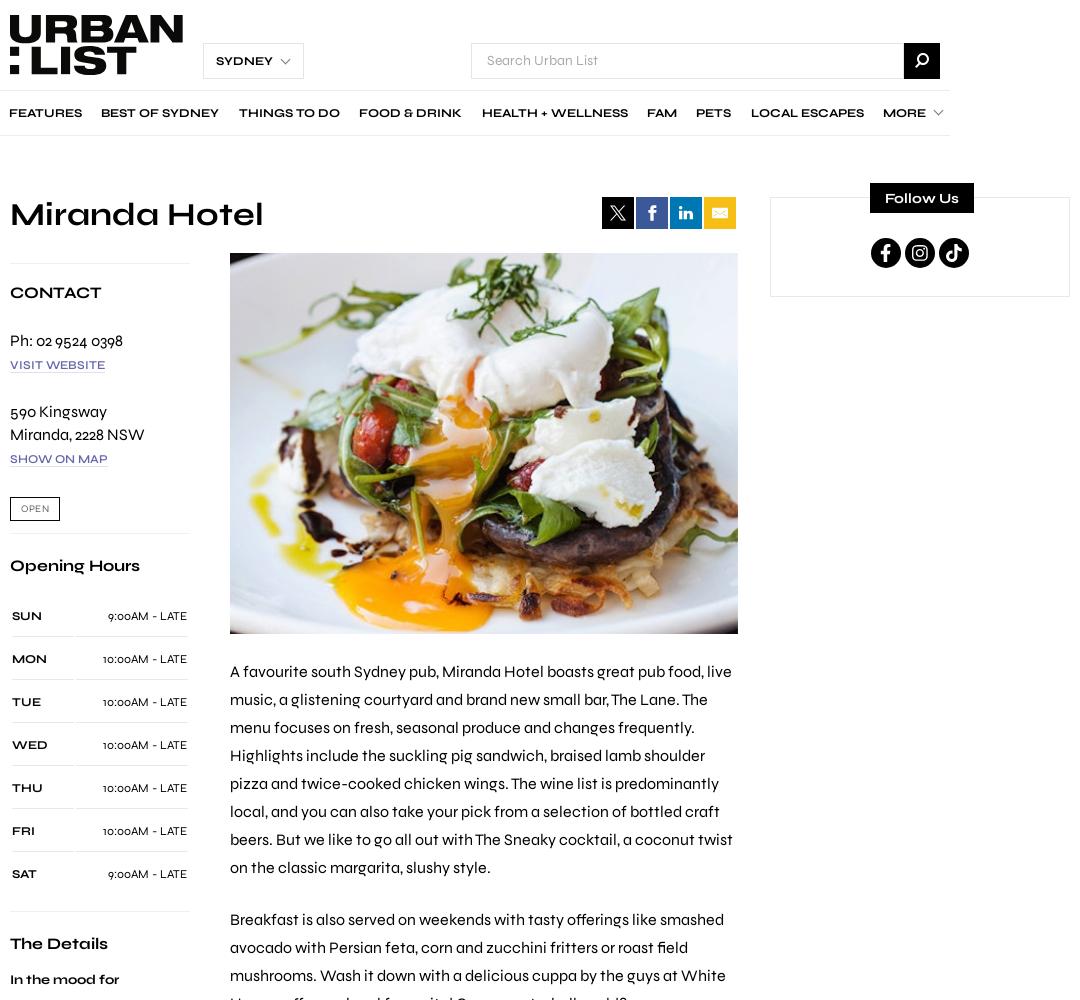  I want to click on 'Ph:', so click(23, 338).